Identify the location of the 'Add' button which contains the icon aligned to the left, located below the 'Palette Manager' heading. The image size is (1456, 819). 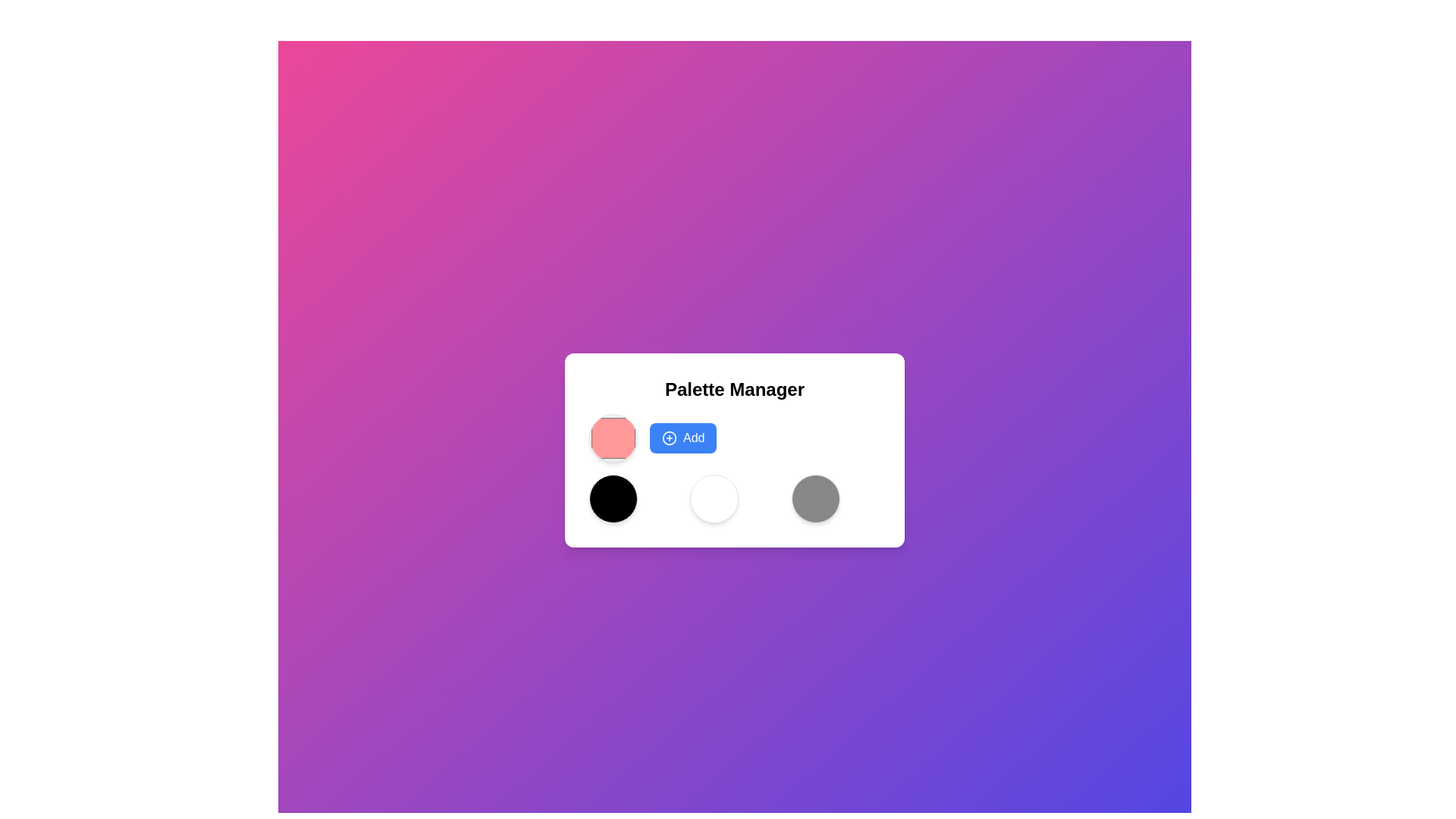
(669, 438).